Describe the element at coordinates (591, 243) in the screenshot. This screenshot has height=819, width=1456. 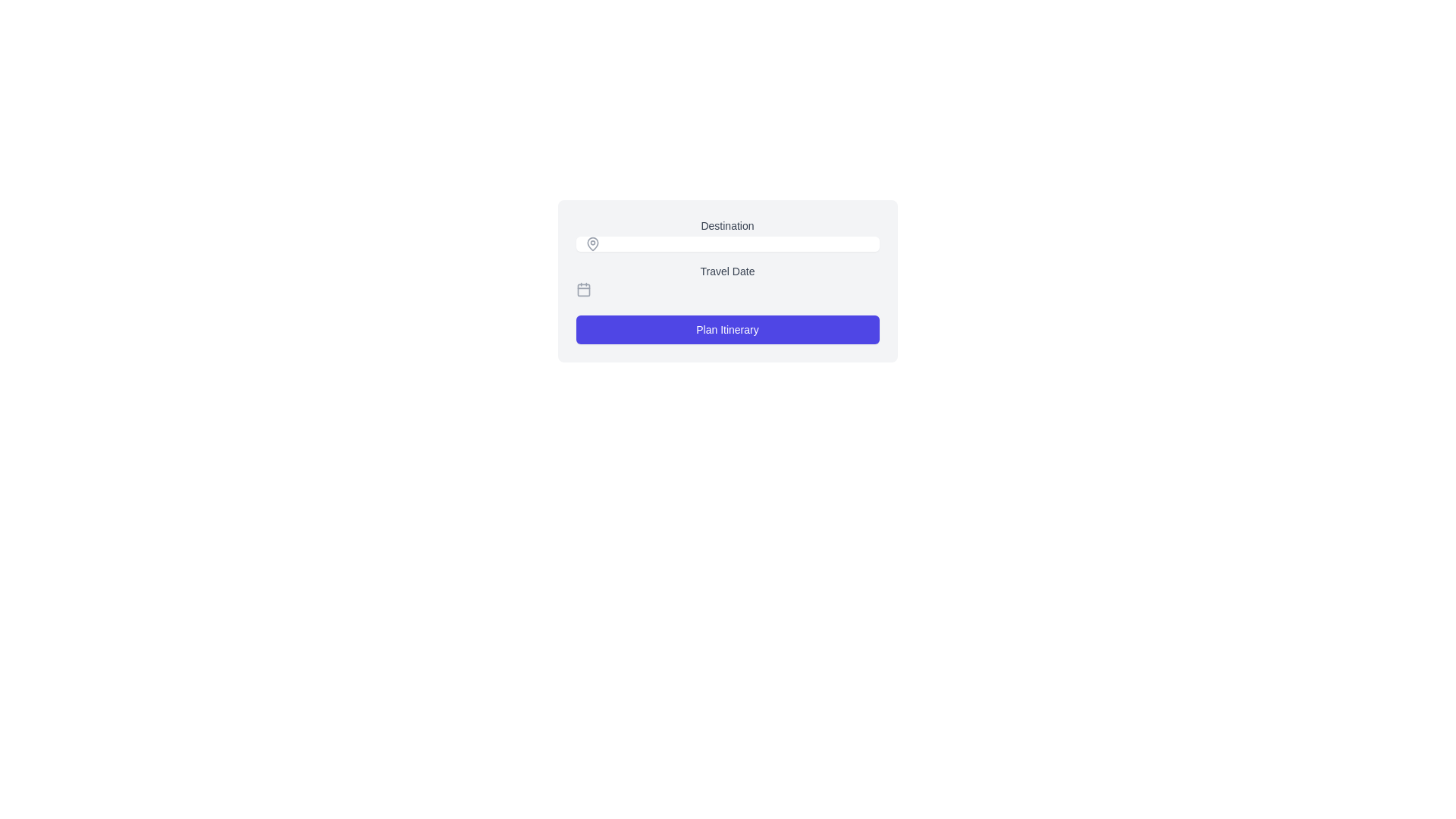
I see `the gray teardrop-shaped pin icon located to the left of the 'Destination' input box` at that location.